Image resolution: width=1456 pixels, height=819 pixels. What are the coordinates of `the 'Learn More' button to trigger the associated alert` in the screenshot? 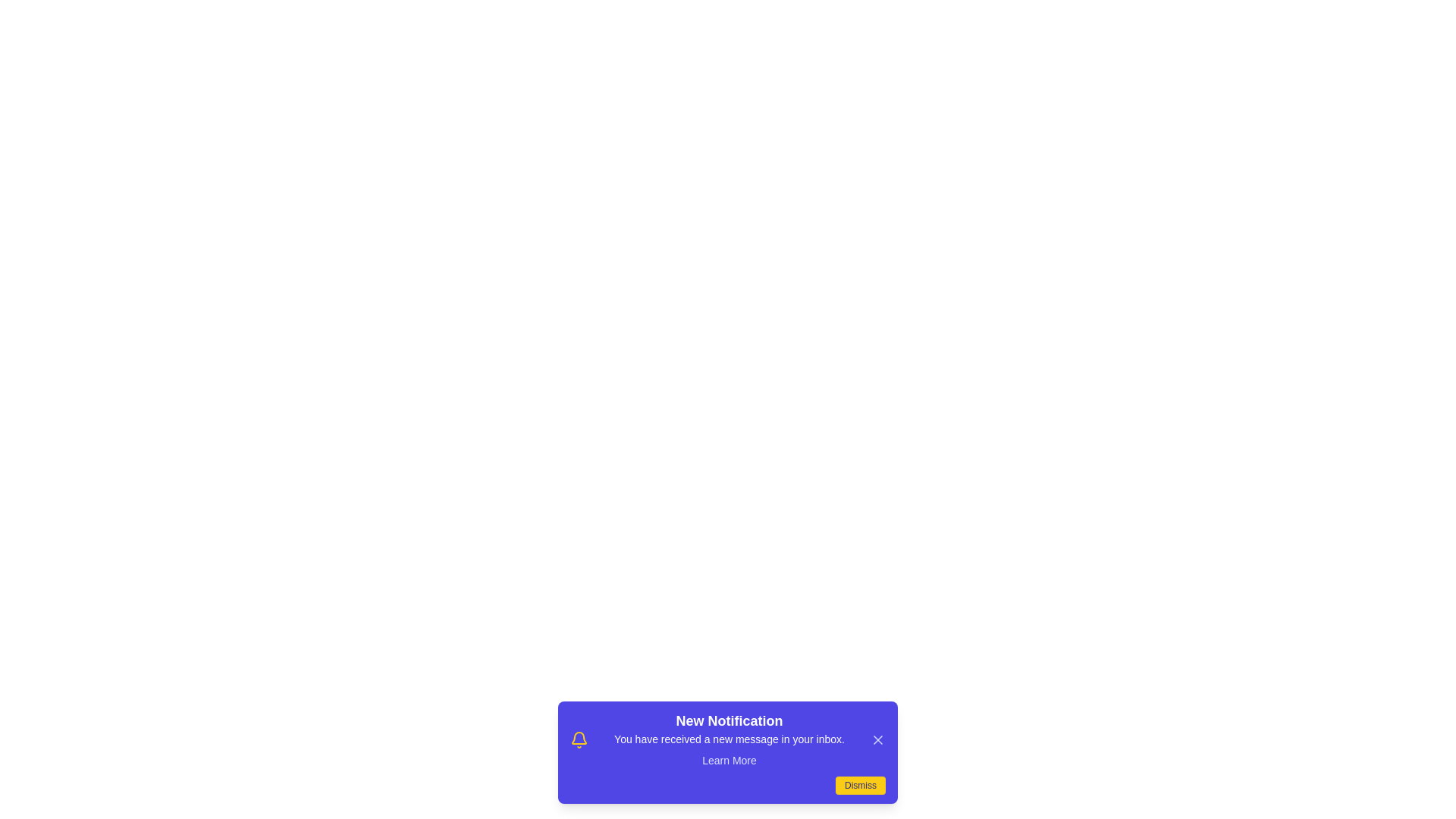 It's located at (729, 760).